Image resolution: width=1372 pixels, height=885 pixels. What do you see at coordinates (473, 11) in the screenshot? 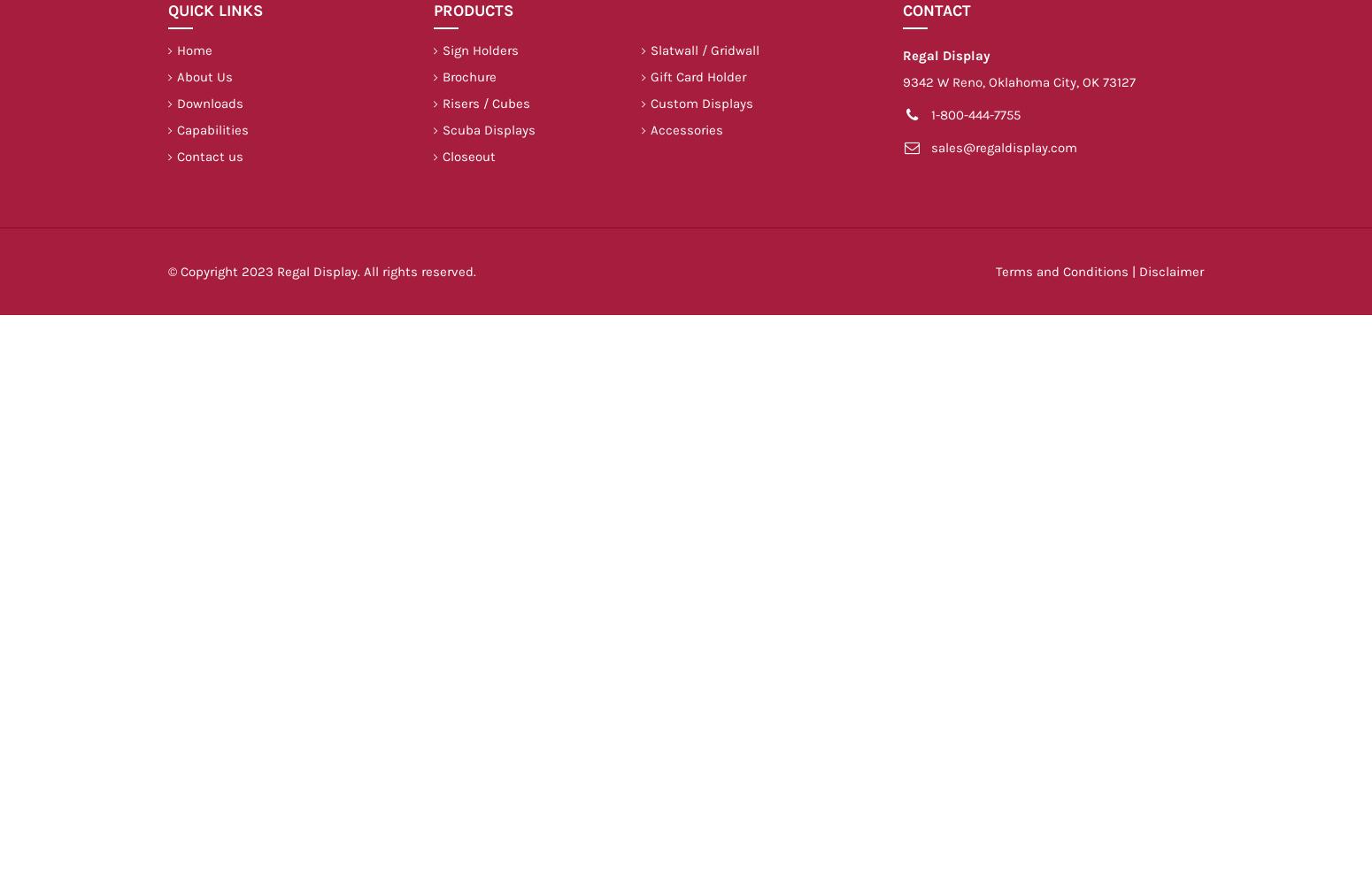
I see `'Products'` at bounding box center [473, 11].